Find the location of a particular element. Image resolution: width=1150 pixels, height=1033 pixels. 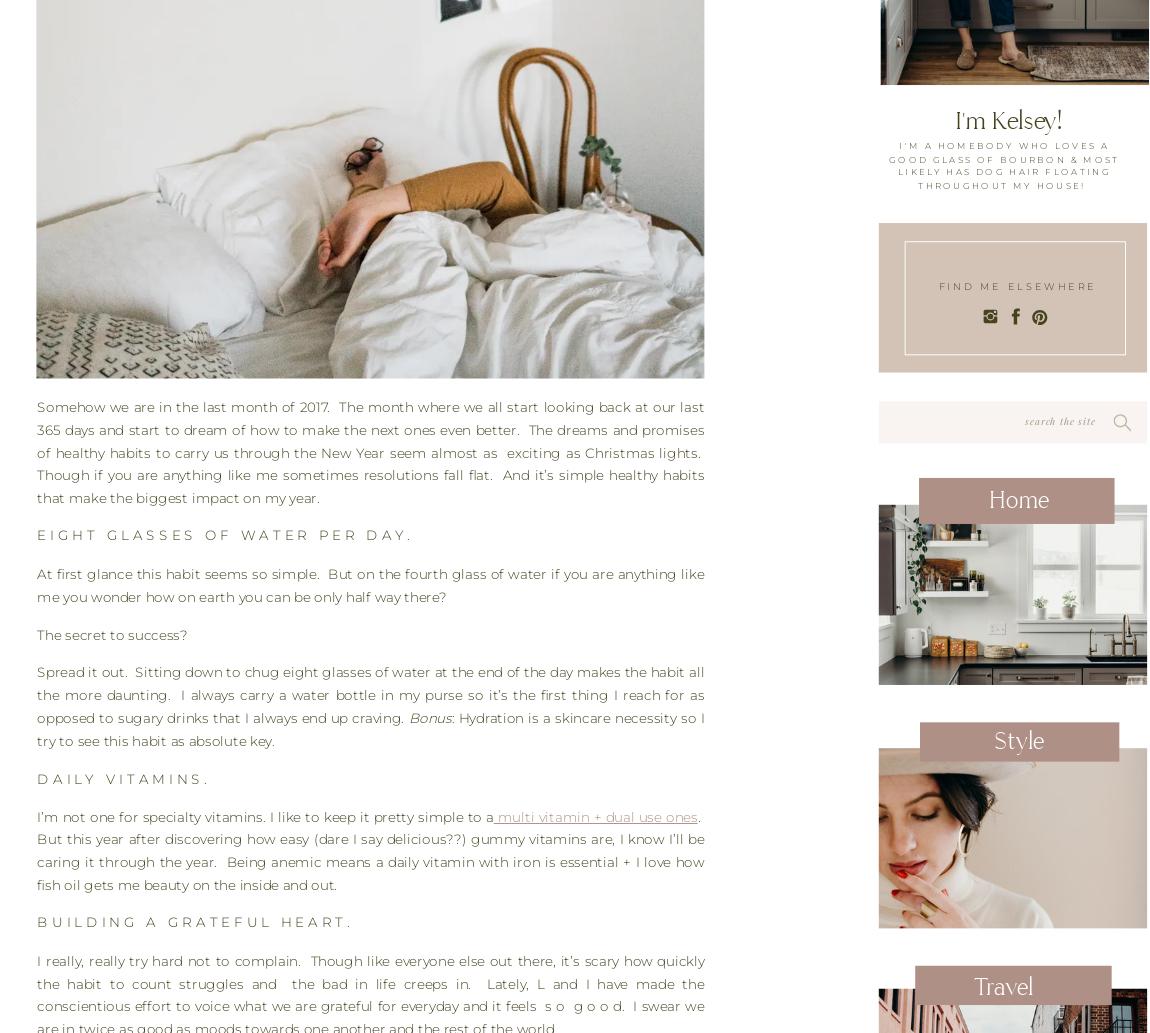

'At first glance this habit seems so simple.  But on the fourth glass of water if you are anything like me you wonder how on earth you can be only half way there?' is located at coordinates (370, 583).